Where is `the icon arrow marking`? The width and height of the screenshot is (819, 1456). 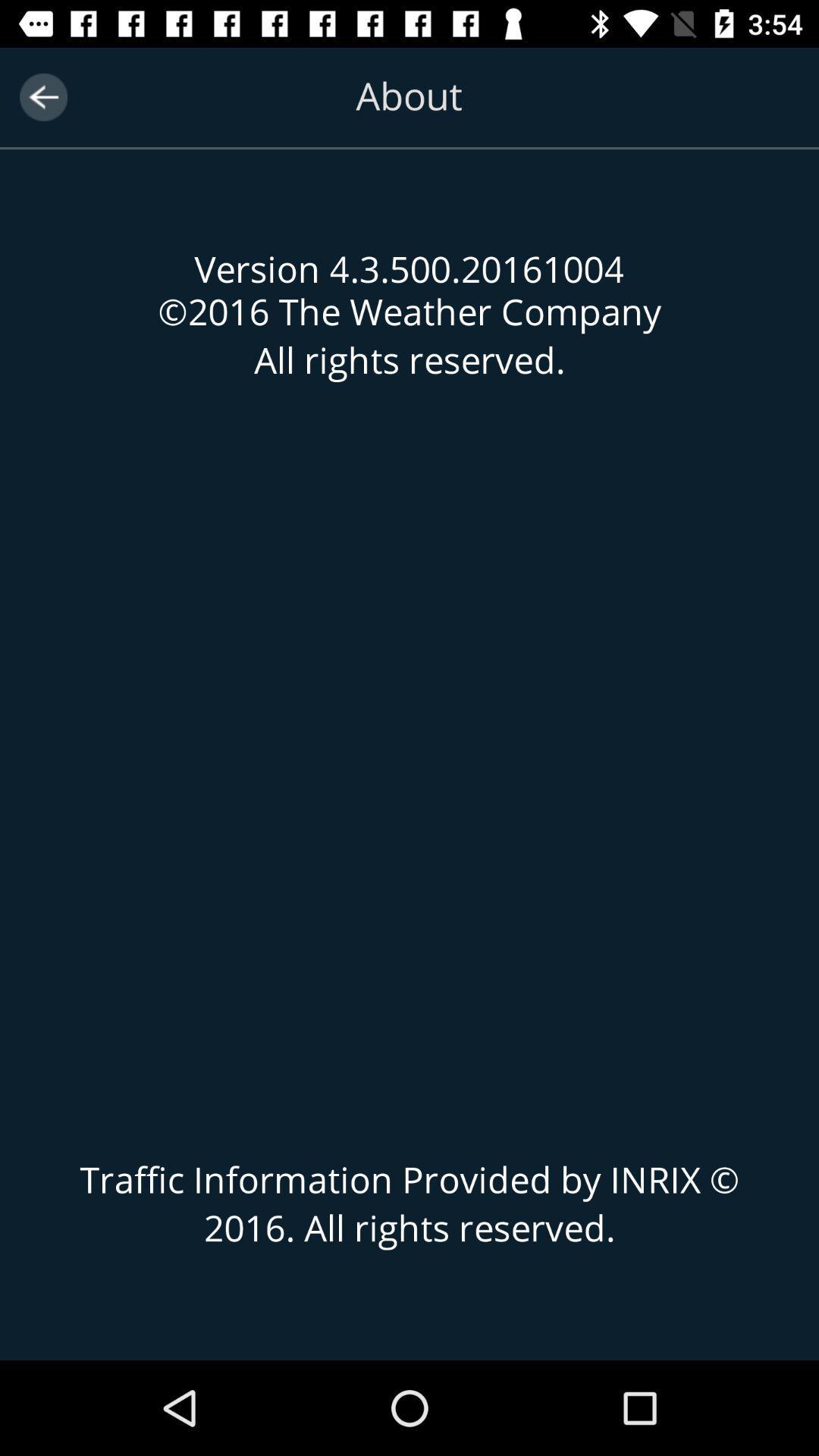 the icon arrow marking is located at coordinates (42, 96).